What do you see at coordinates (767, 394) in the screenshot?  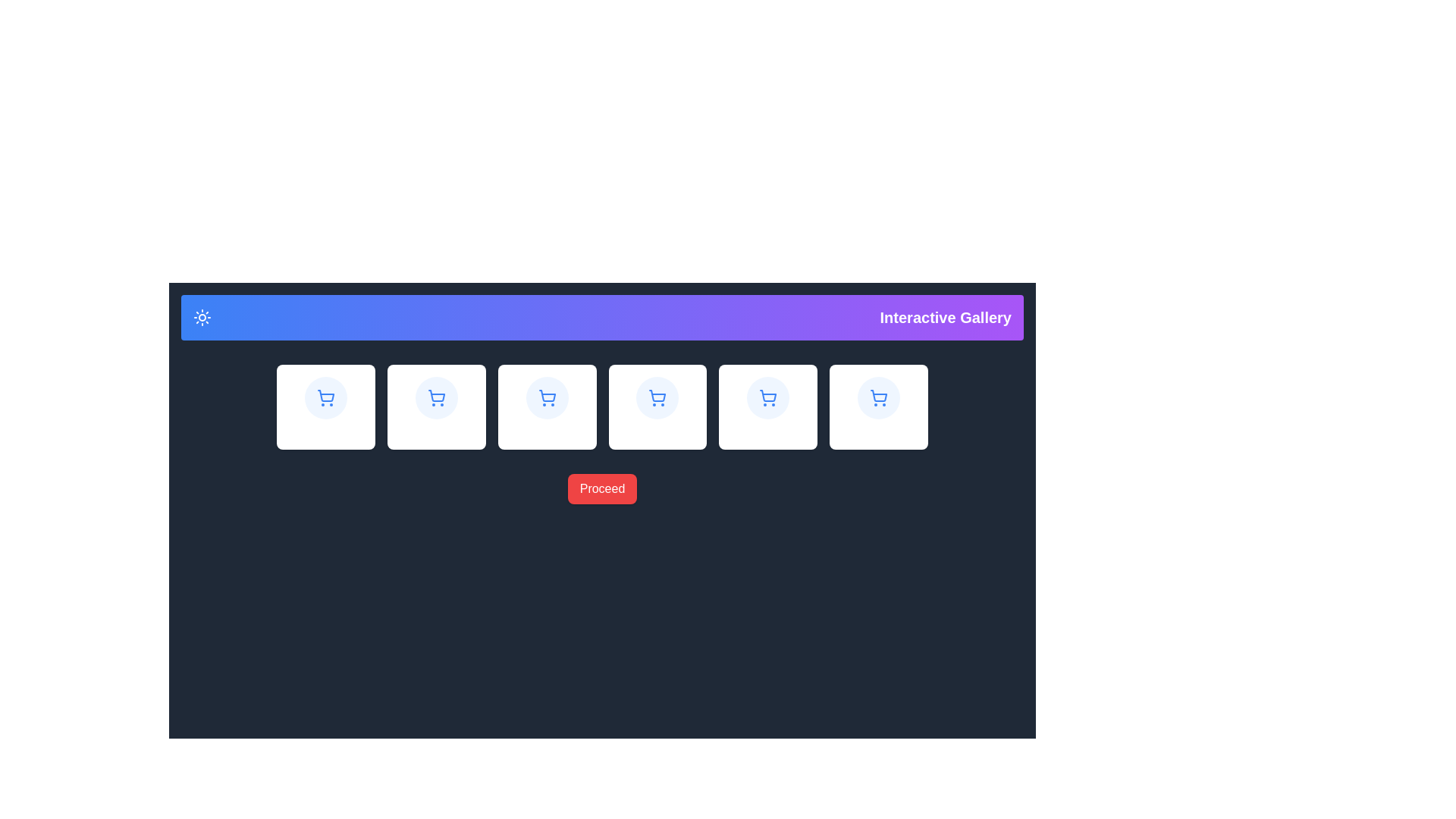 I see `the shopping cart icon, which is a minimalistic line drawing located in the fourth position of a horizontally aligned list of similar icons` at bounding box center [767, 394].